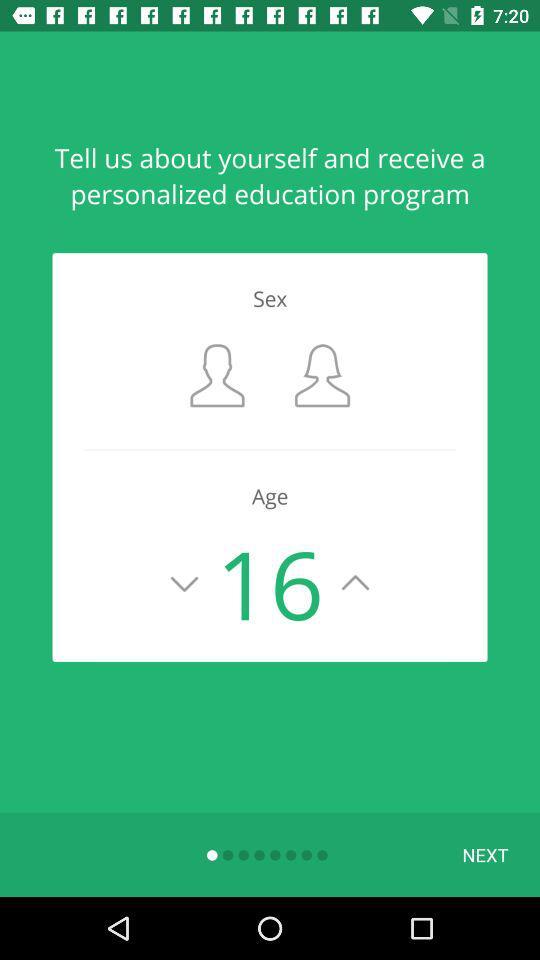  What do you see at coordinates (322, 374) in the screenshot?
I see `the item below sex` at bounding box center [322, 374].